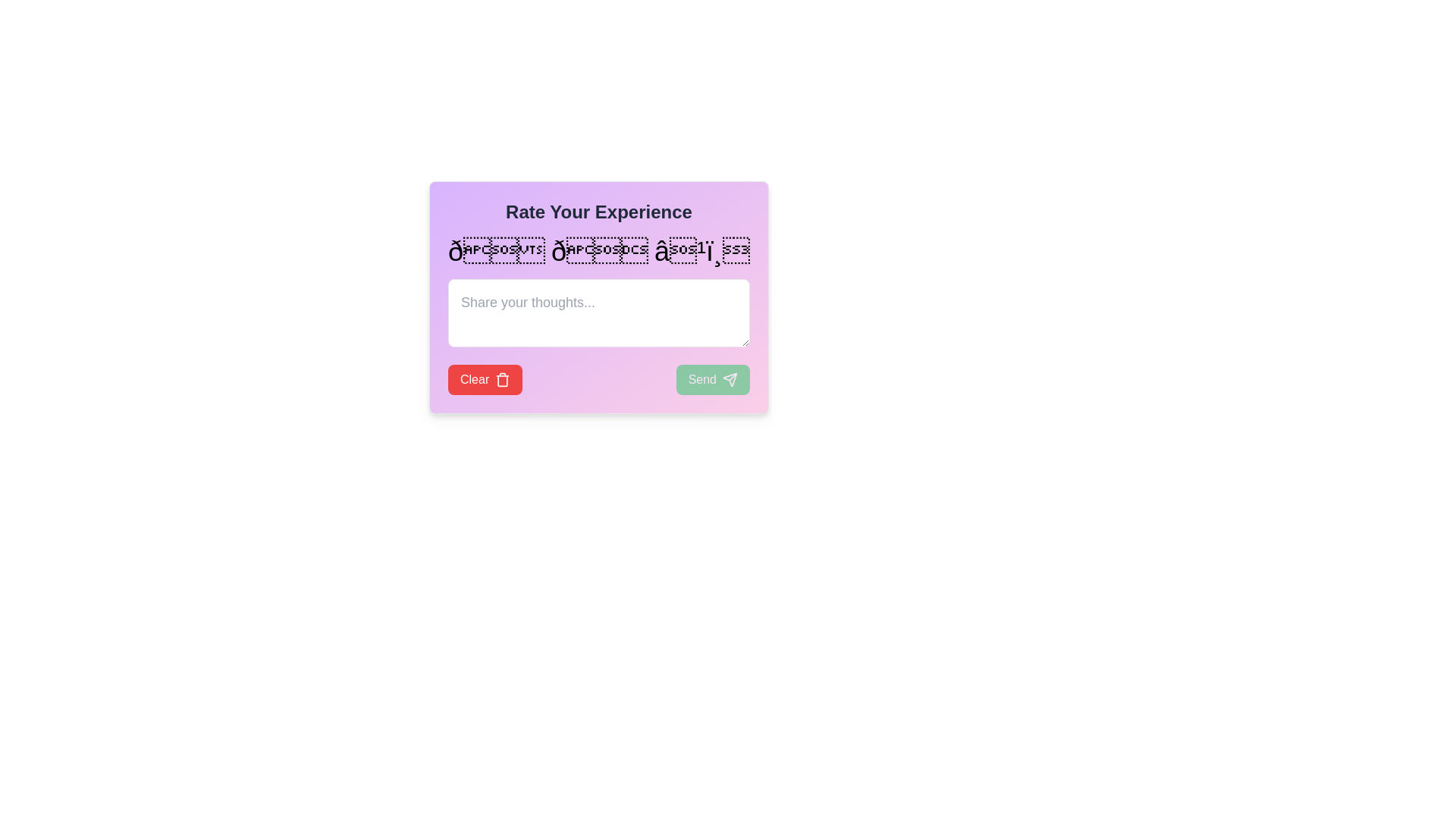 The height and width of the screenshot is (819, 1456). I want to click on the first emoji icon (smiley face 😊) in the dialog box, so click(496, 250).